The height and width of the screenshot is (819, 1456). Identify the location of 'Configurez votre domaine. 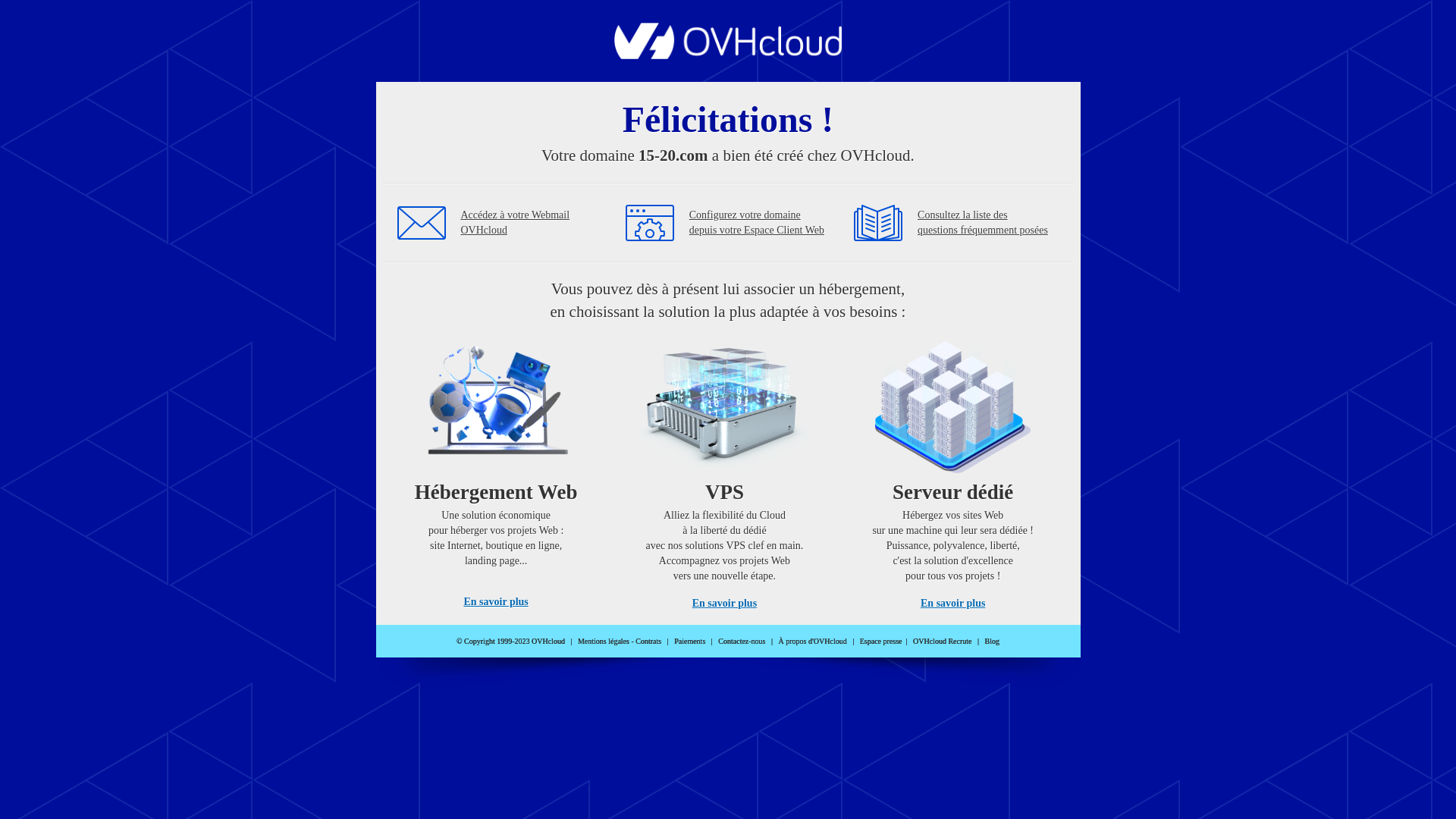
(757, 222).